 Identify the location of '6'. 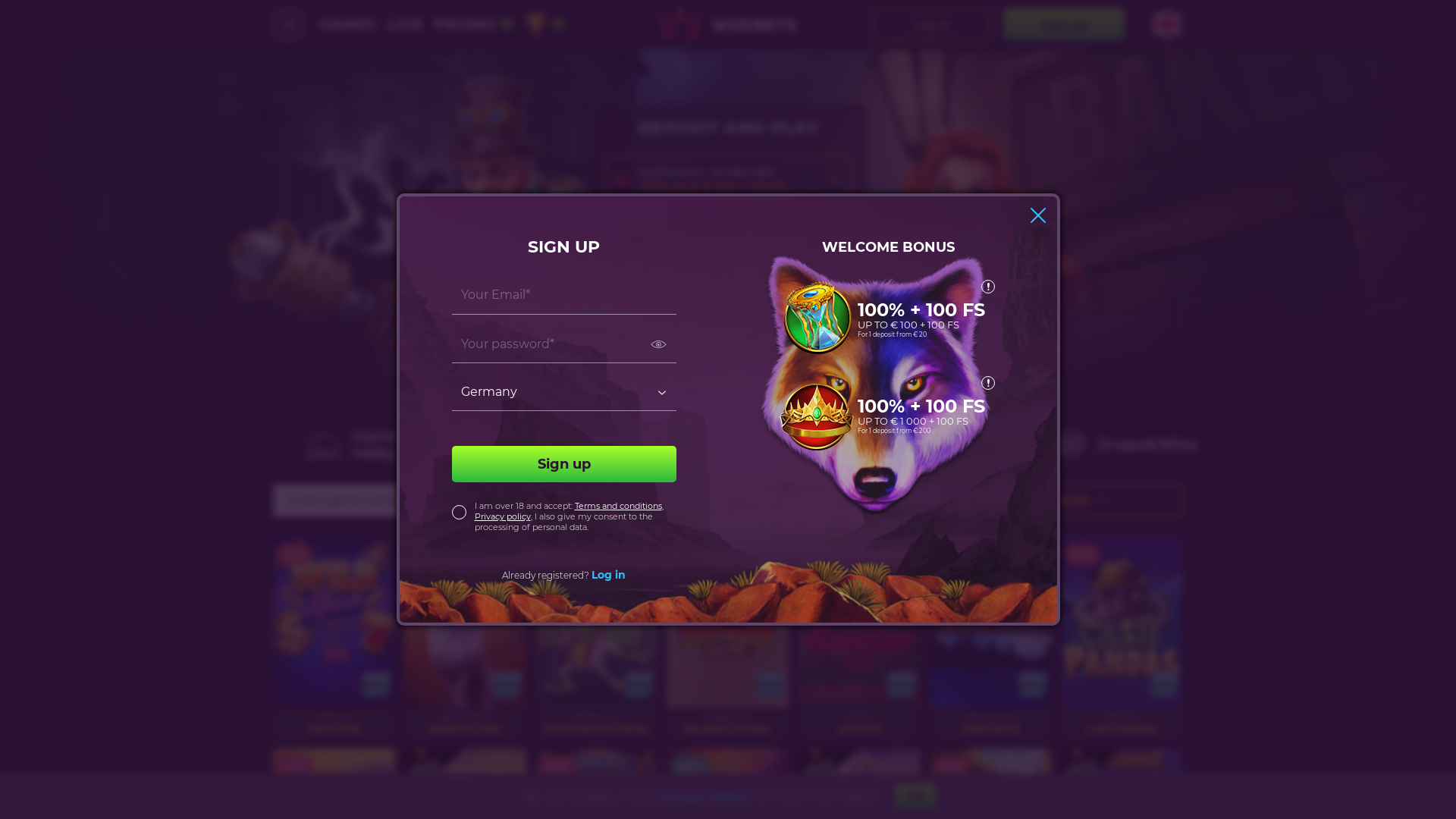
(524, 24).